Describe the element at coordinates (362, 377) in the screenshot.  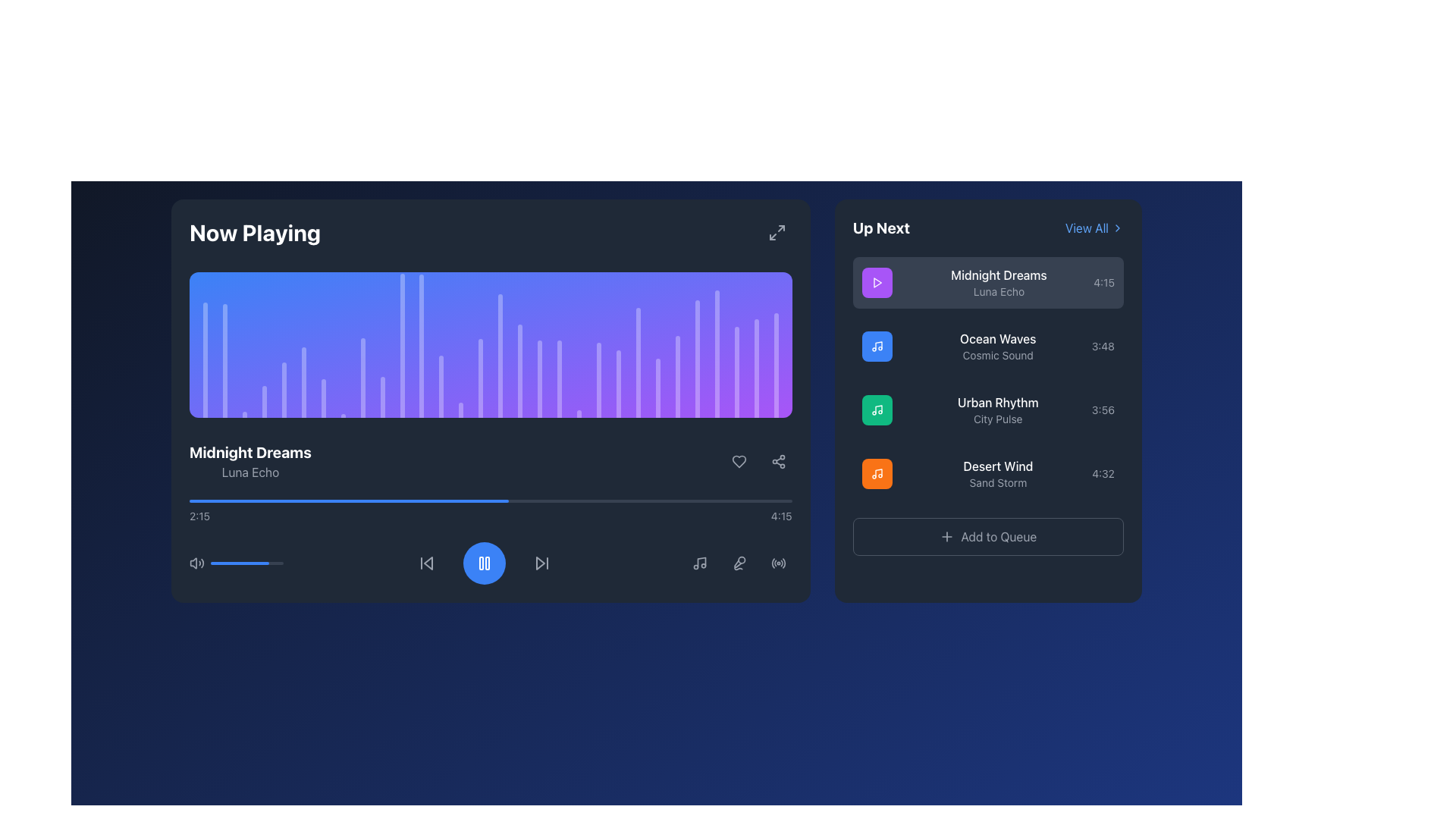
I see `the 9th vertical bar in the sound equalizer visualizer, which is a translucent white gradient bar among 30 similar bars` at that location.